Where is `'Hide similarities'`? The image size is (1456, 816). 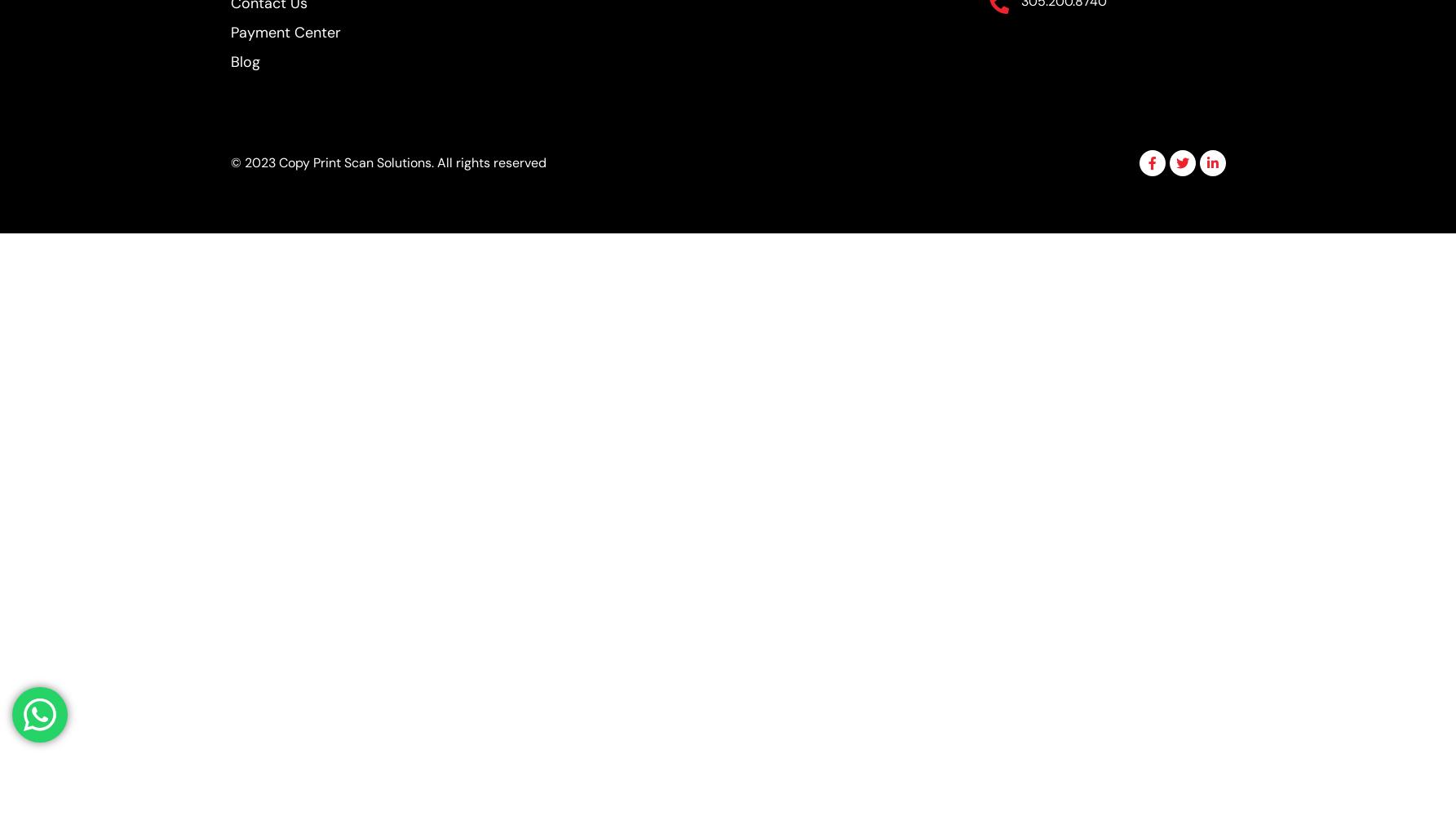
'Hide similarities' is located at coordinates (657, 40).